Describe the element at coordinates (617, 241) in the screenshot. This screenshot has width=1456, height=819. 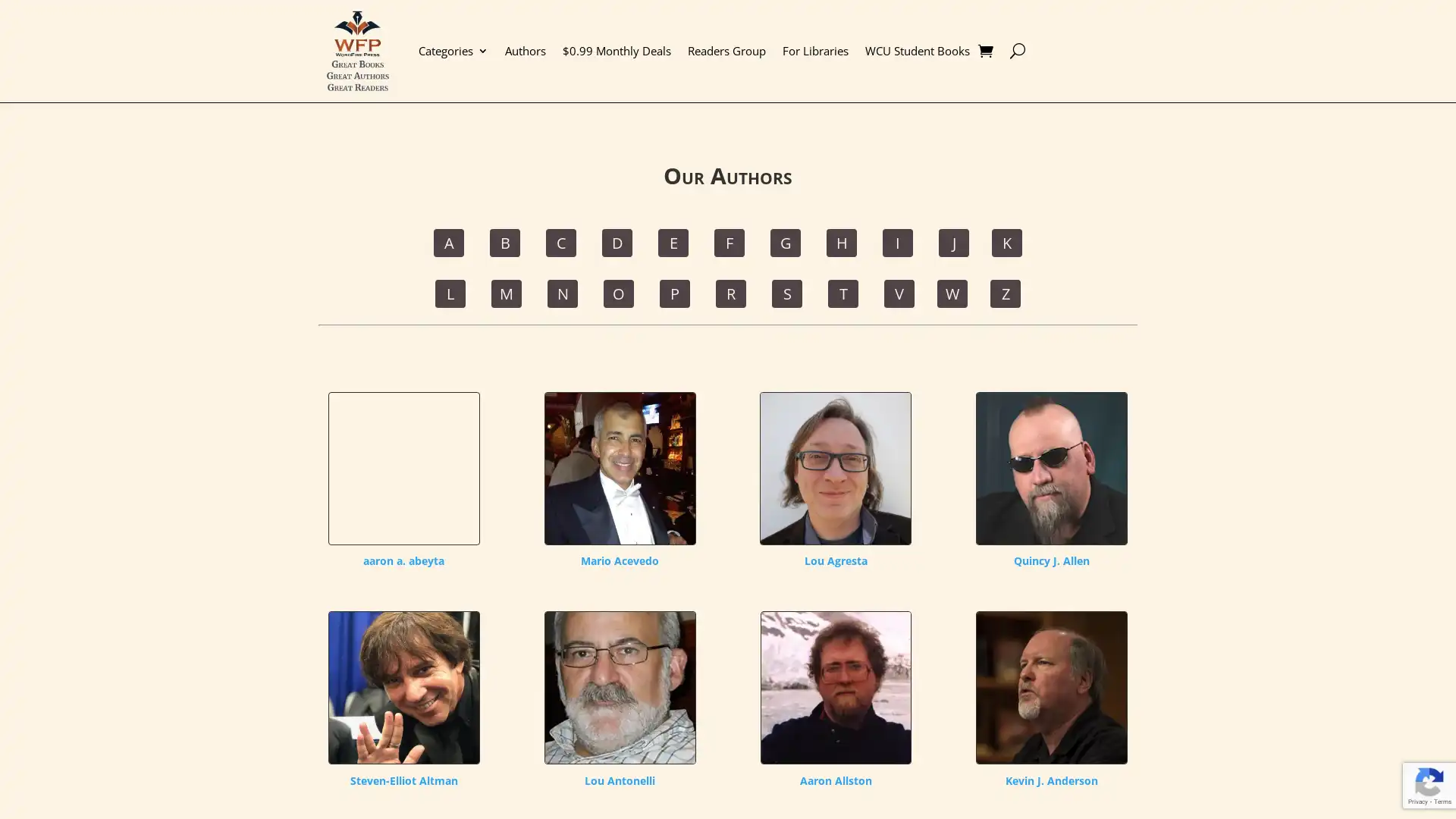
I see `D` at that location.